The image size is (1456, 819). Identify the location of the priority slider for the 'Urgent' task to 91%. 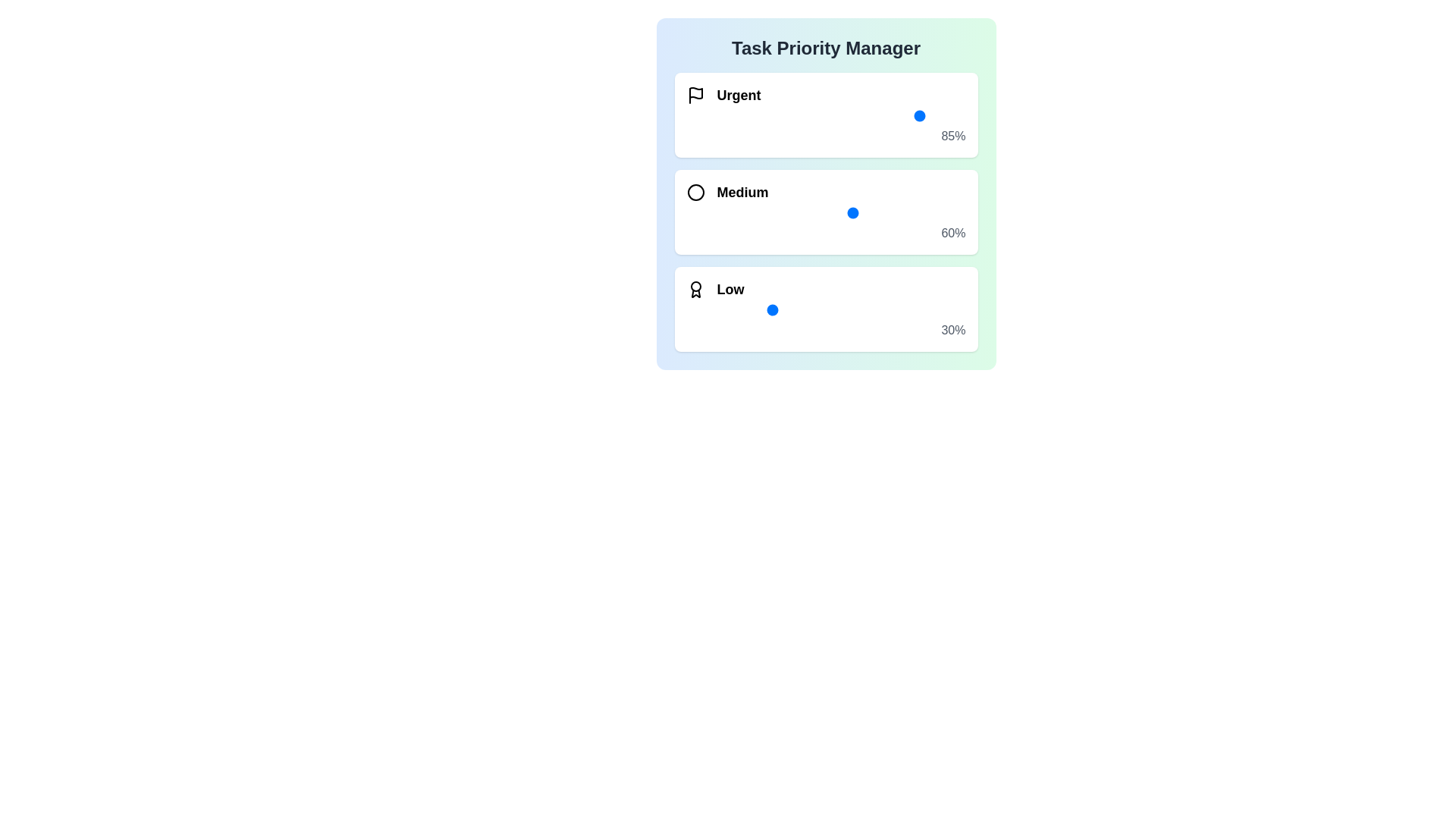
(940, 115).